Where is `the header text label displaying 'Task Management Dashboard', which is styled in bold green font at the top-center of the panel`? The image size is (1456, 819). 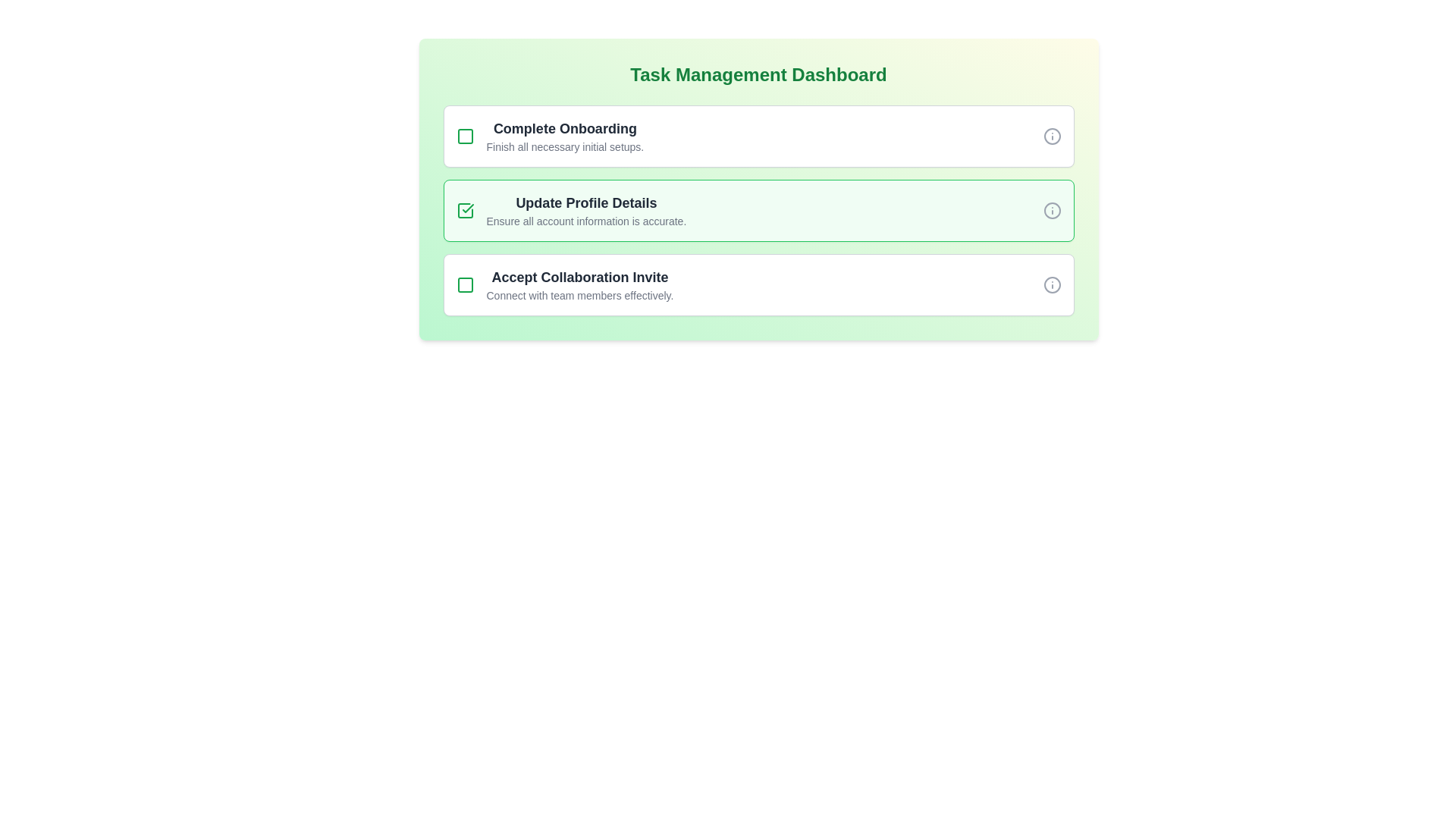 the header text label displaying 'Task Management Dashboard', which is styled in bold green font at the top-center of the panel is located at coordinates (758, 75).